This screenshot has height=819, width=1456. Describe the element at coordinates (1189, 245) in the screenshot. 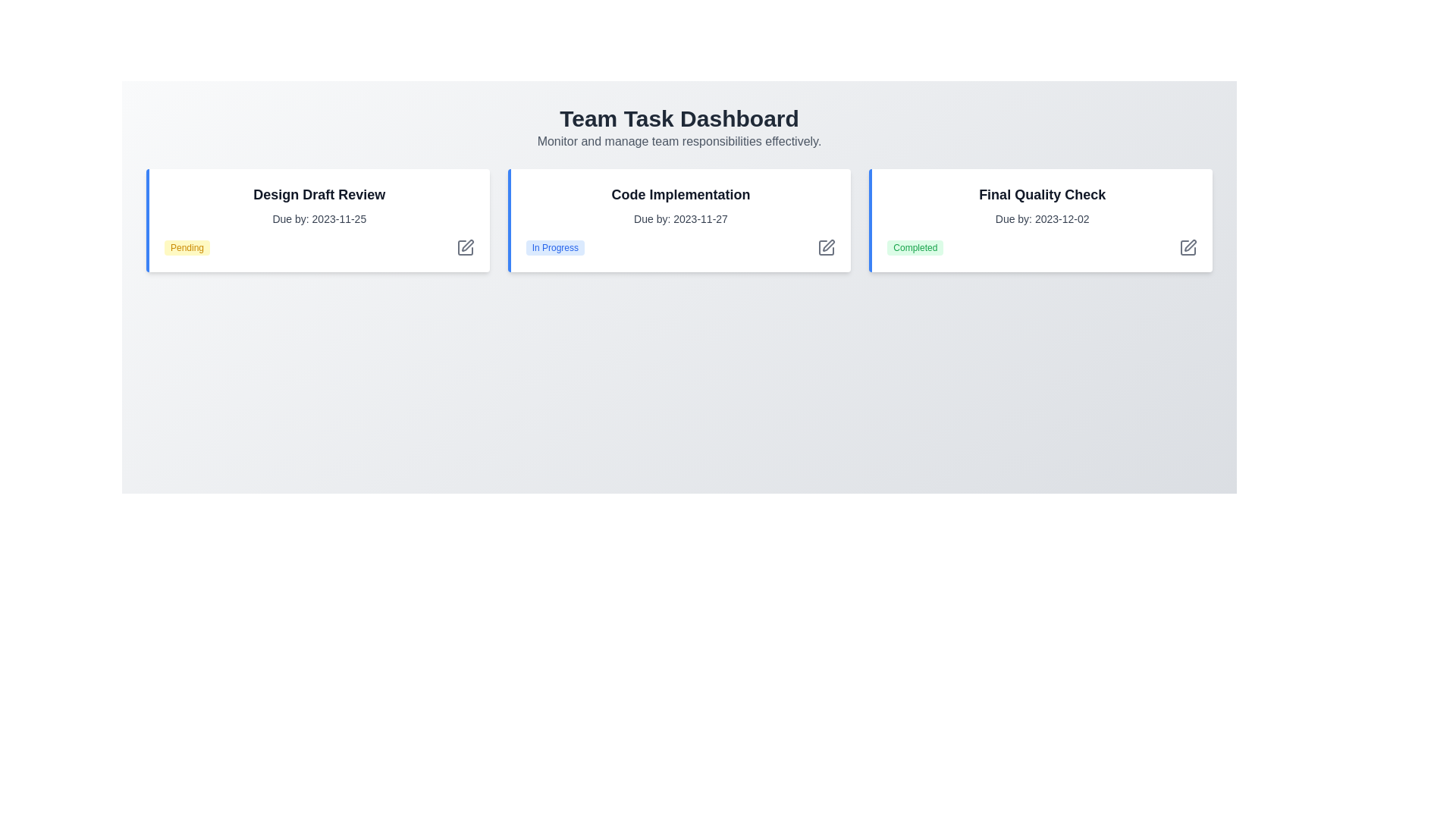

I see `the small, pencil-shaped icon with a gray stroke color located in the bottom-right corner of the 'Final Quality Check' card, adjacent to the green 'Completed' status badge` at that location.